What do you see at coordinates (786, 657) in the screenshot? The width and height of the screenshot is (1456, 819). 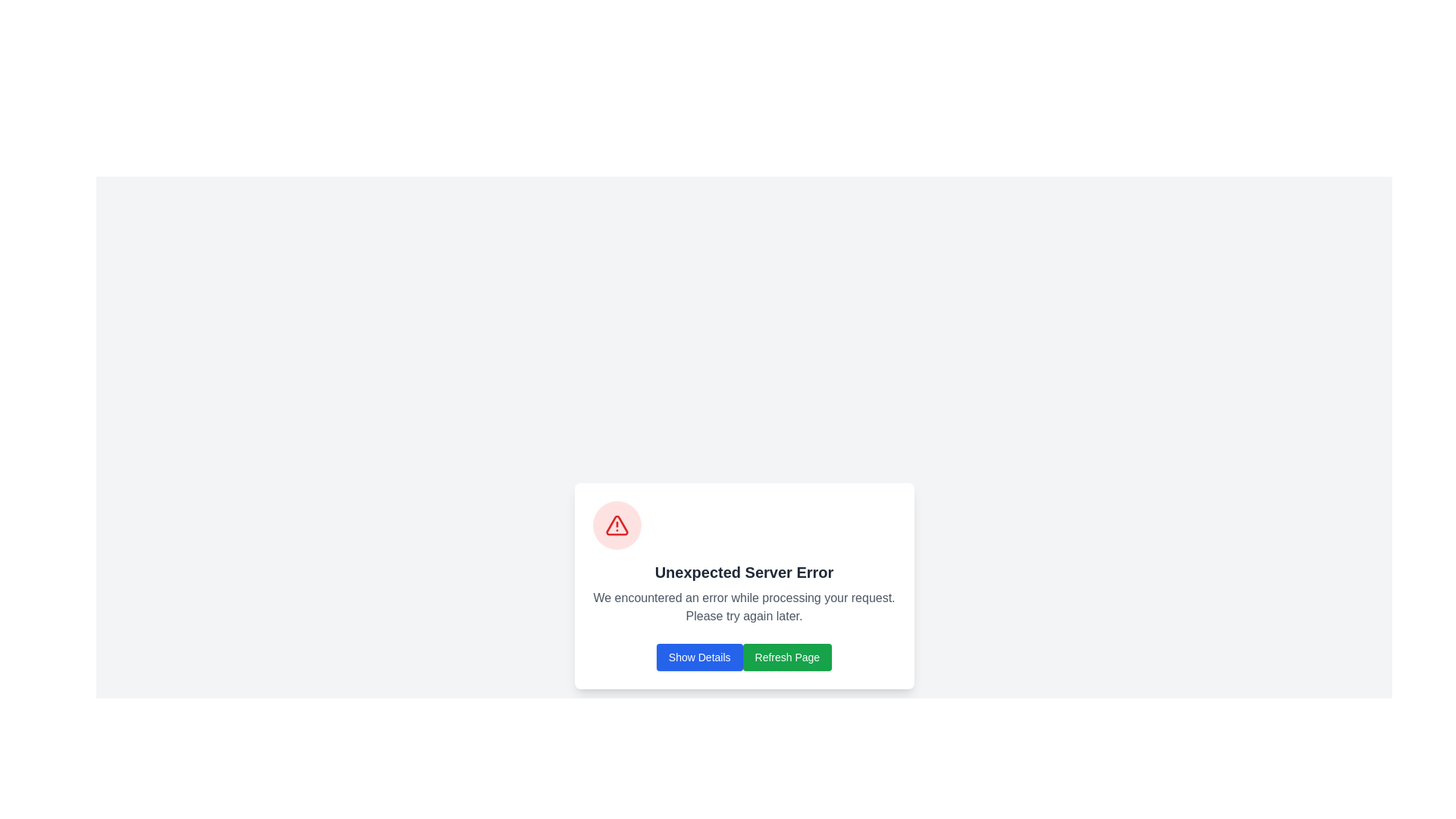 I see `the second button at the bottom of the dialog box, located to the right of the 'Show Details' button, to refresh the page` at bounding box center [786, 657].